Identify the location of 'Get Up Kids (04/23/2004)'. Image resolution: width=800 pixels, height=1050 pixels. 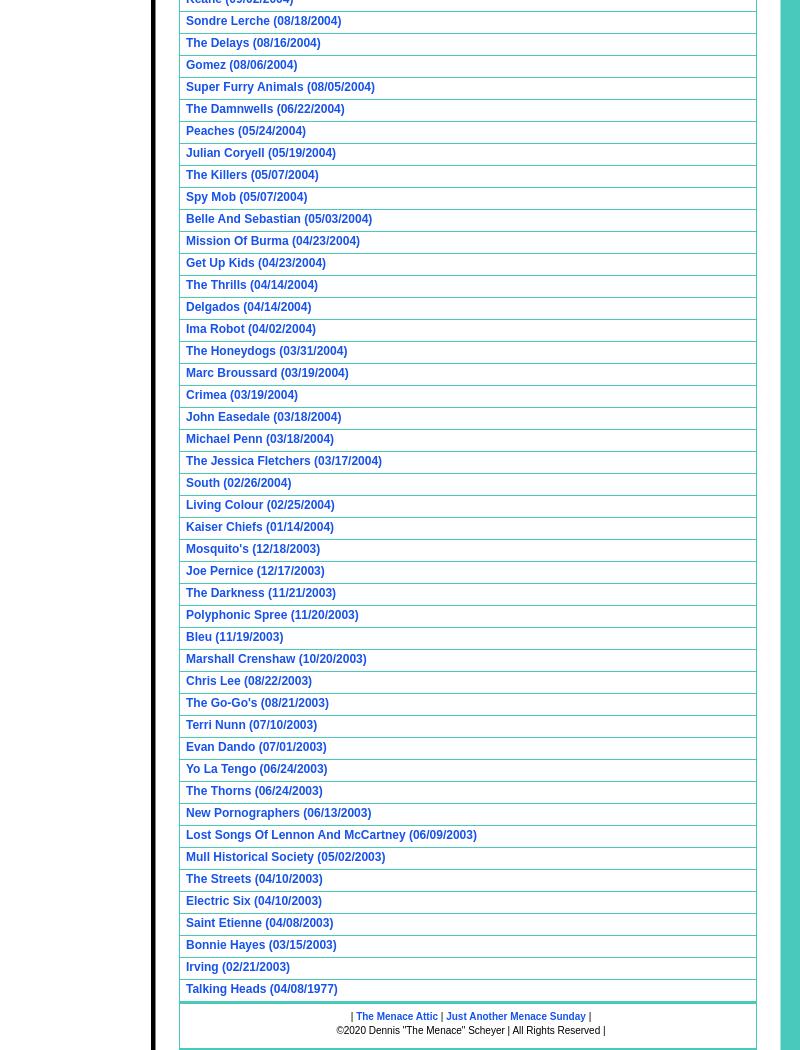
(255, 262).